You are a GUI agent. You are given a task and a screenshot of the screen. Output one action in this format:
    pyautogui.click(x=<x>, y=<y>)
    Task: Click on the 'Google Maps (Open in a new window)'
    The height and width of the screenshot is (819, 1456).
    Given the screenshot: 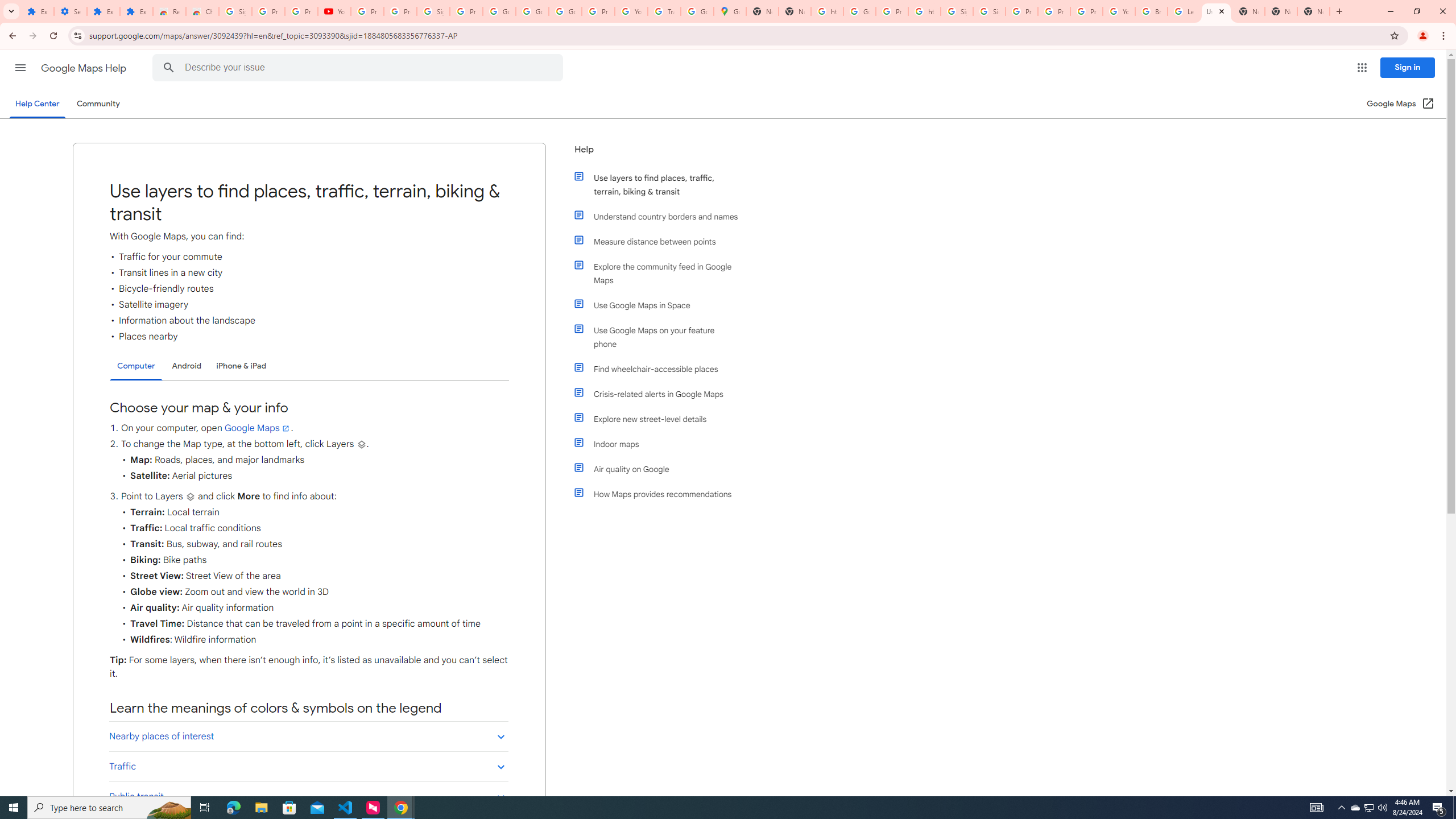 What is the action you would take?
    pyautogui.click(x=1400, y=103)
    